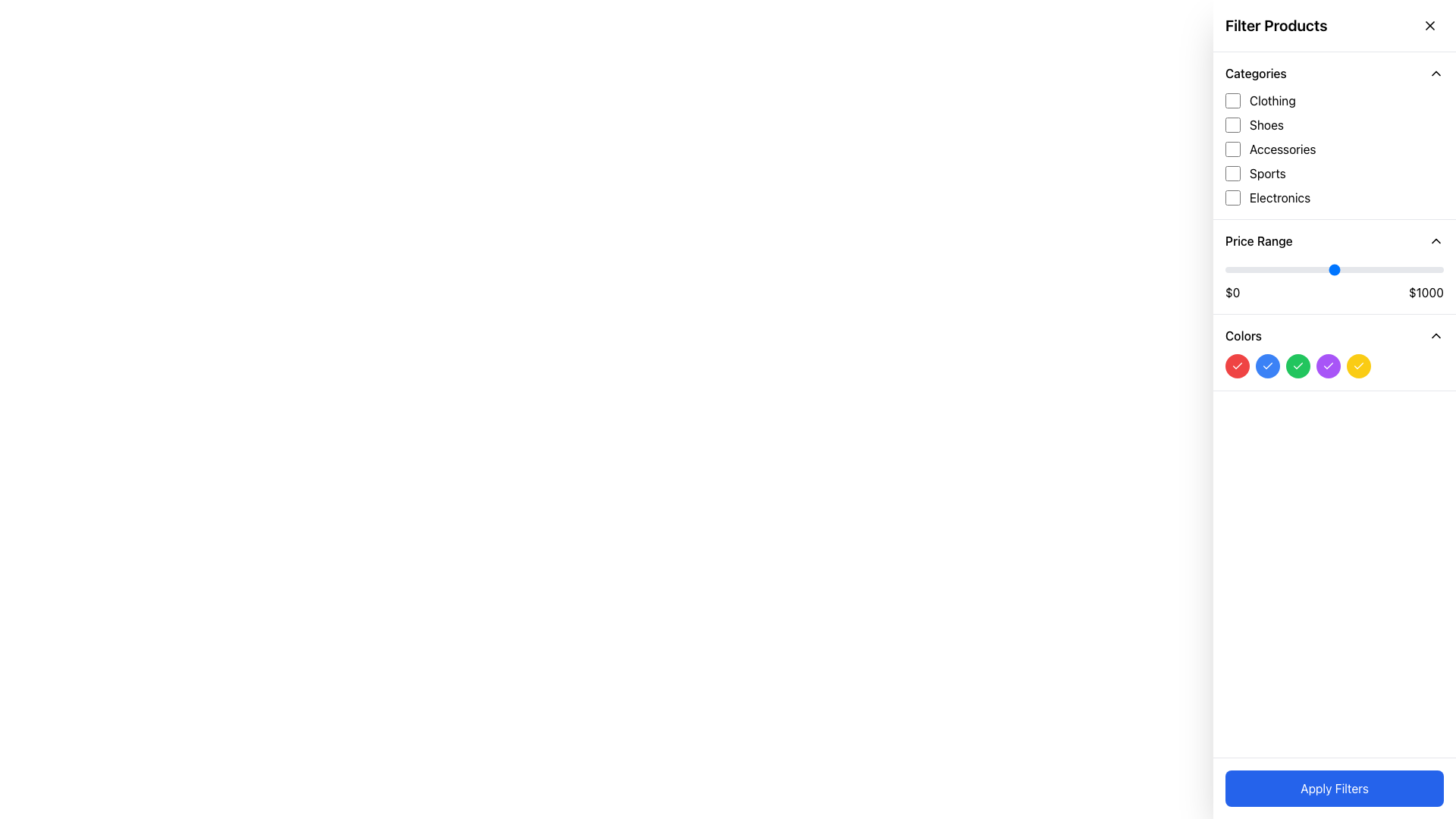 The width and height of the screenshot is (1456, 819). What do you see at coordinates (1335, 73) in the screenshot?
I see `the 'Categories' collapsible header toggle in the filter sidebar for accessibility navigation` at bounding box center [1335, 73].